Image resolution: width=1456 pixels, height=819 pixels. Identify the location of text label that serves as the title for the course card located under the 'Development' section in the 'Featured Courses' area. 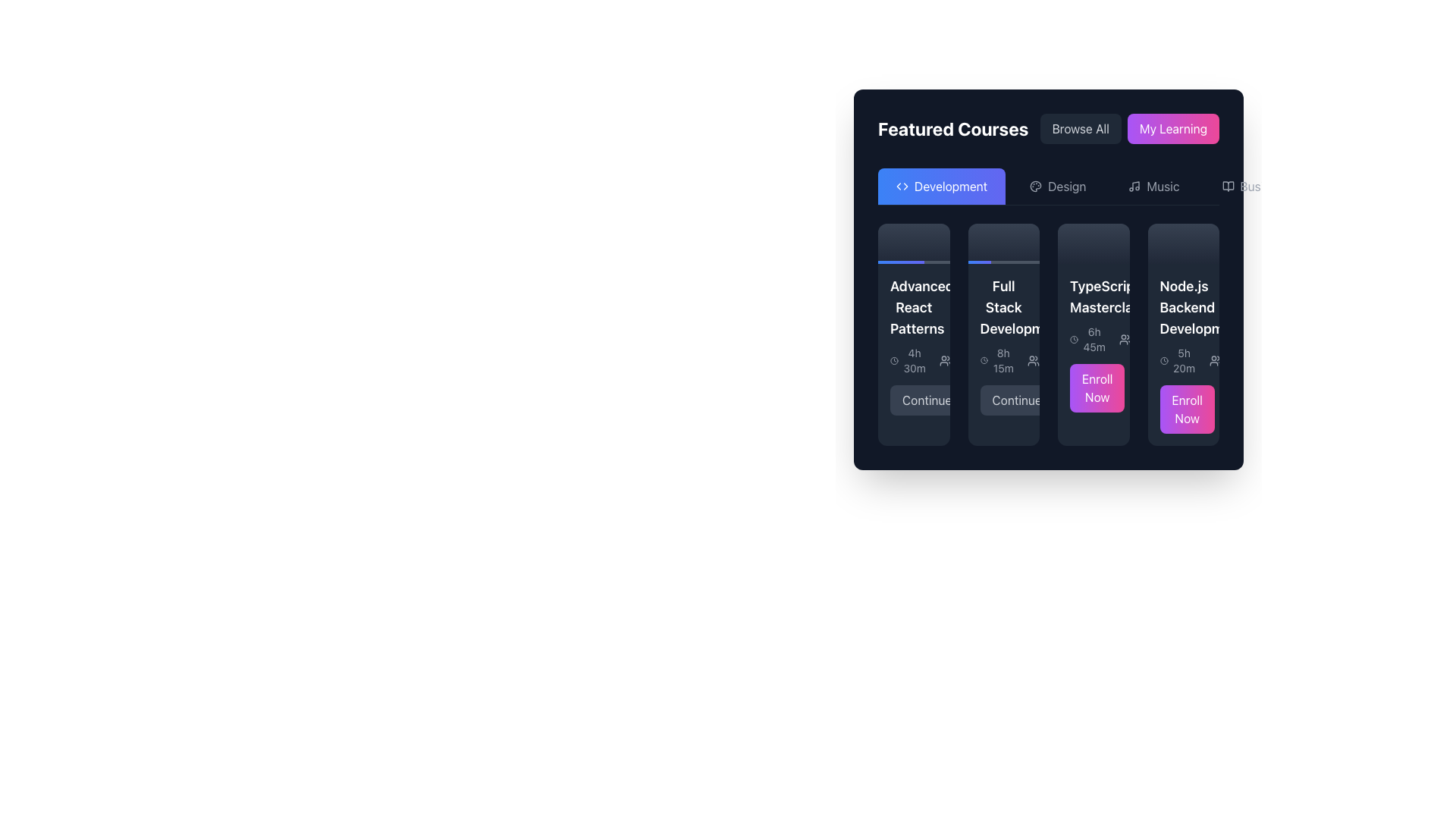
(1094, 297).